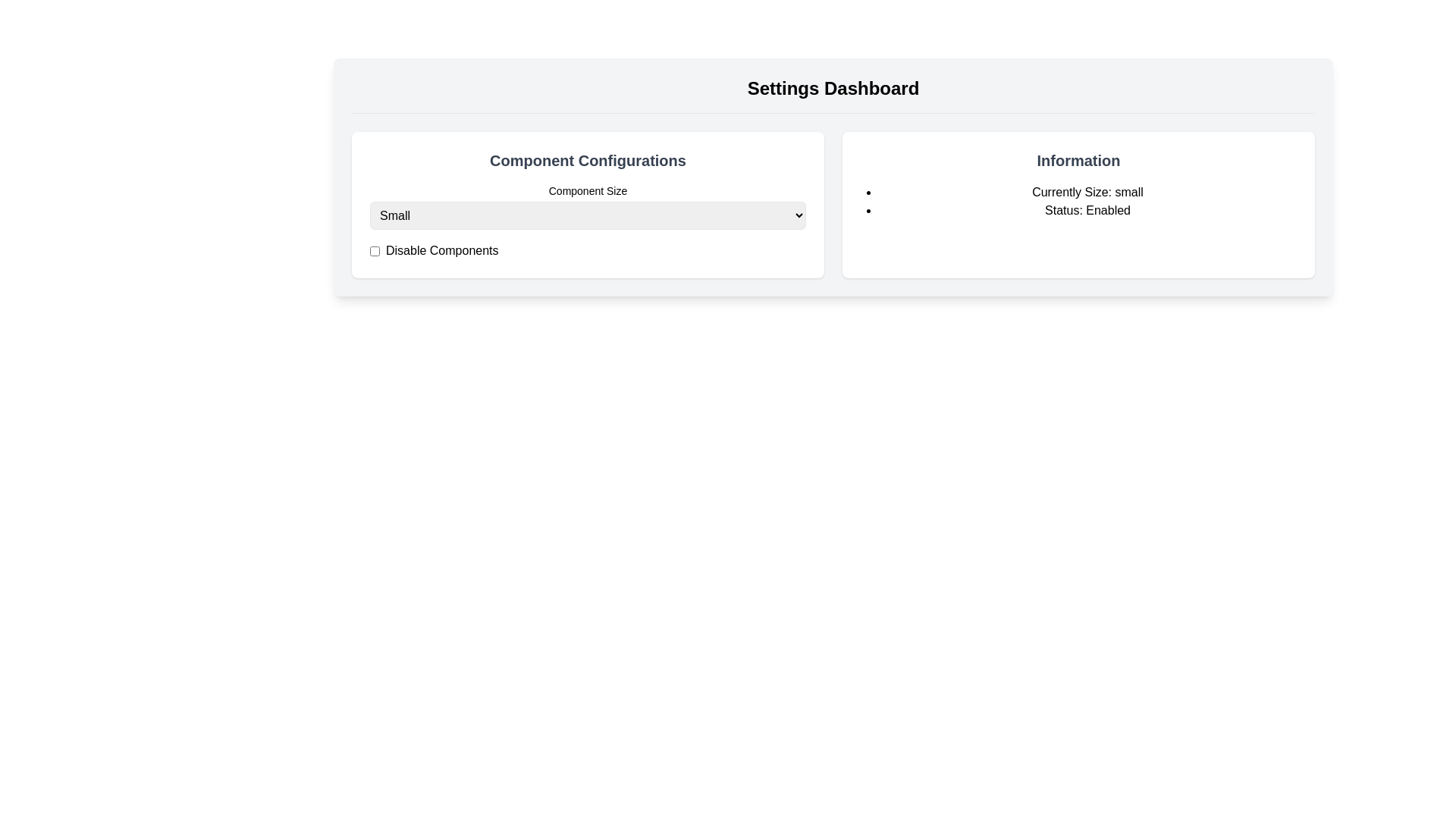 The height and width of the screenshot is (819, 1456). Describe the element at coordinates (1078, 205) in the screenshot. I see `the static informational card located in the right section of the two-column layout, positioned to the right of the 'Component Configurations' block` at that location.